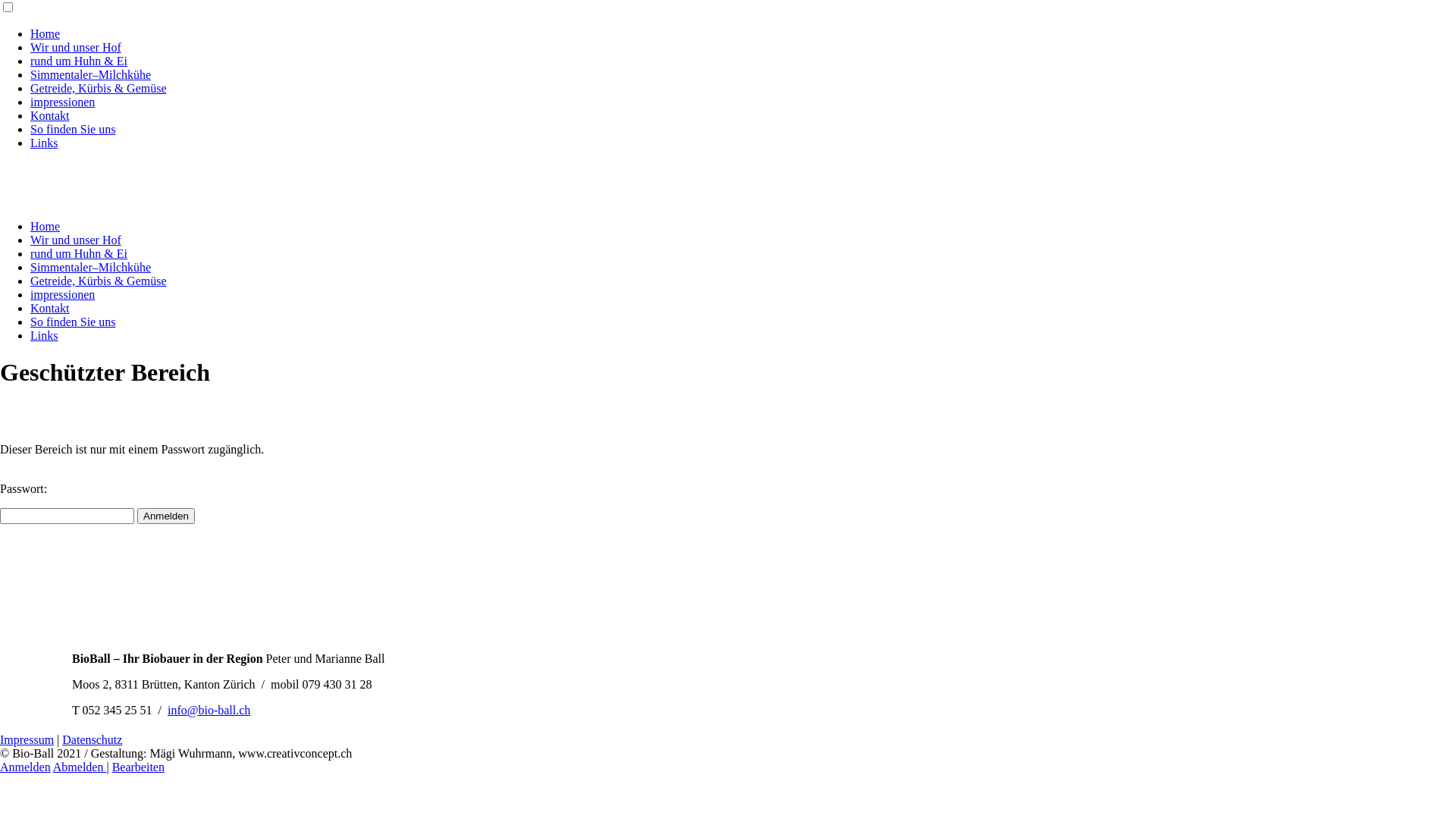 The image size is (1456, 819). I want to click on 'Abmelden', so click(79, 767).